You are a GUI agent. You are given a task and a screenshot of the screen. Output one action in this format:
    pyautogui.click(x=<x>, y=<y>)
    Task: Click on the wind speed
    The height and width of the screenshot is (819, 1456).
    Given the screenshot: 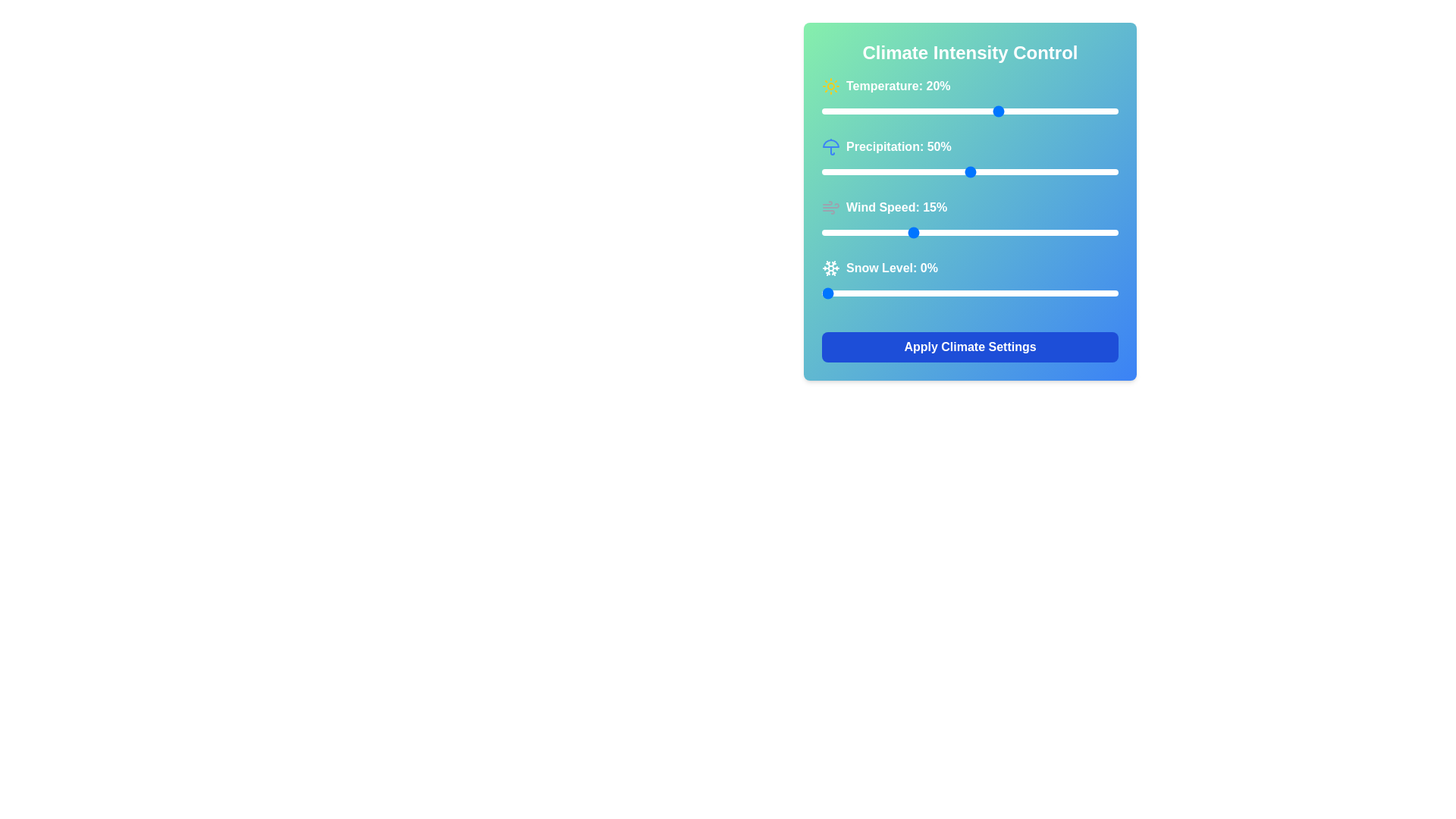 What is the action you would take?
    pyautogui.click(x=1034, y=233)
    